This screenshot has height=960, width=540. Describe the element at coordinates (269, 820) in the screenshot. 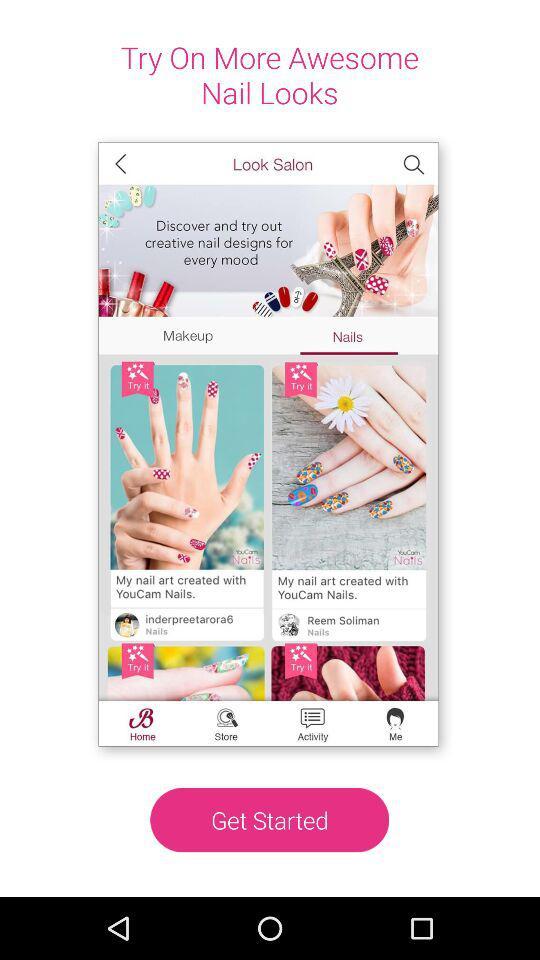

I see `get started` at that location.